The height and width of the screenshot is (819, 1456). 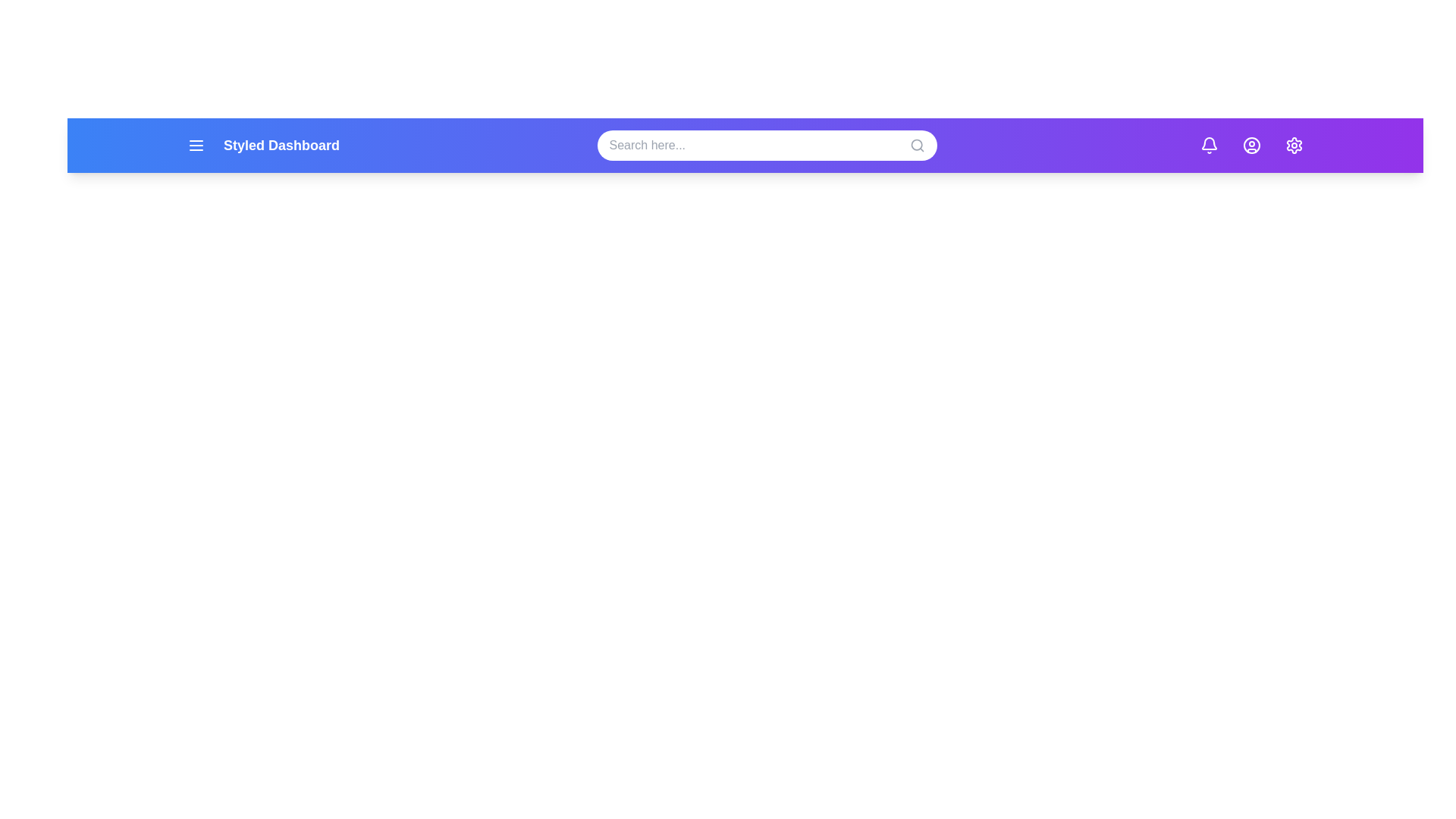 I want to click on the menu button to expand or collapse navigation options, so click(x=196, y=146).